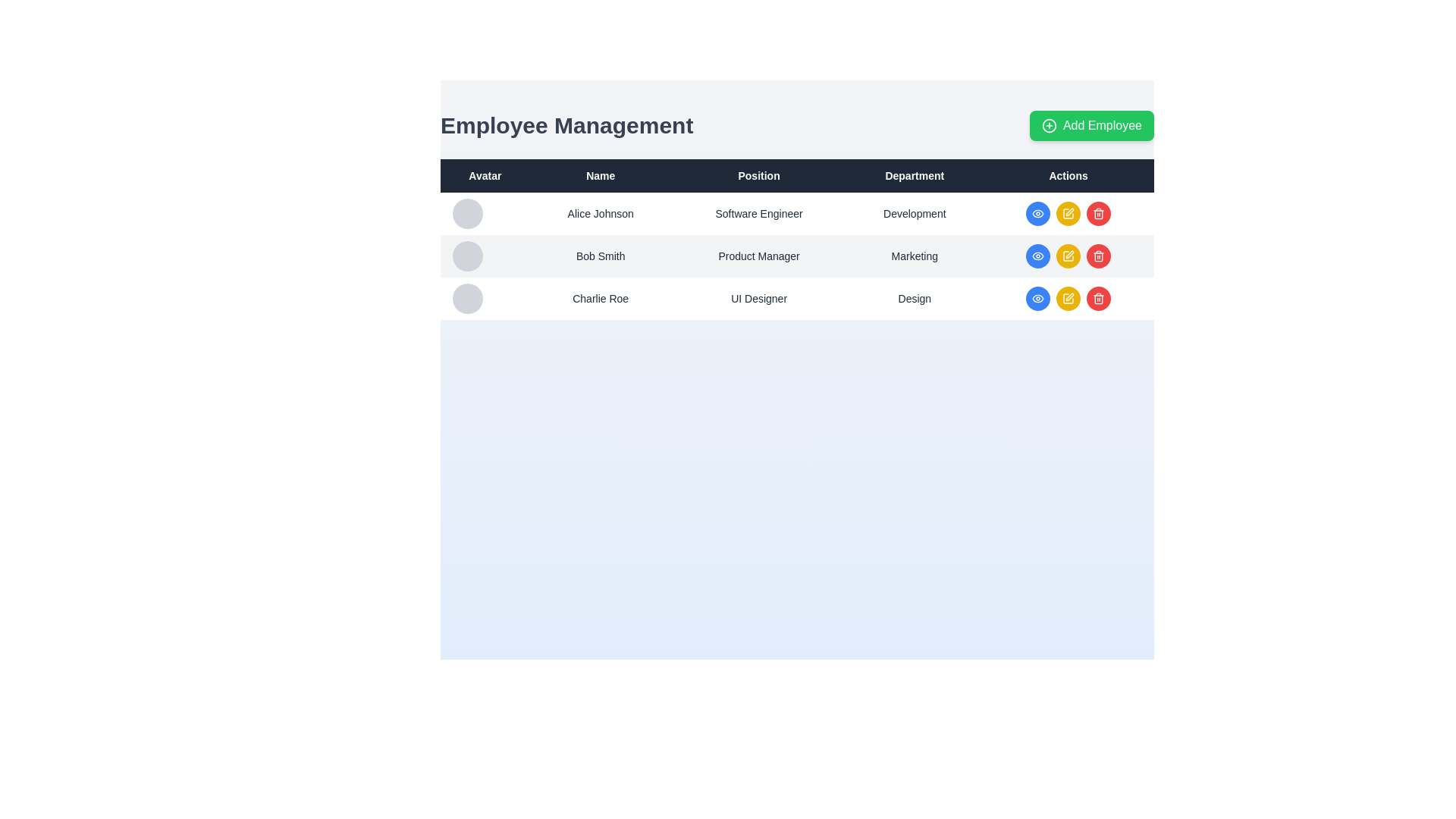 This screenshot has width=1456, height=819. What do you see at coordinates (1048, 124) in the screenshot?
I see `the circular icon located to the left of the 'Add Employee' button at the top-right corner of the employee data table to initiate the add employee action` at bounding box center [1048, 124].